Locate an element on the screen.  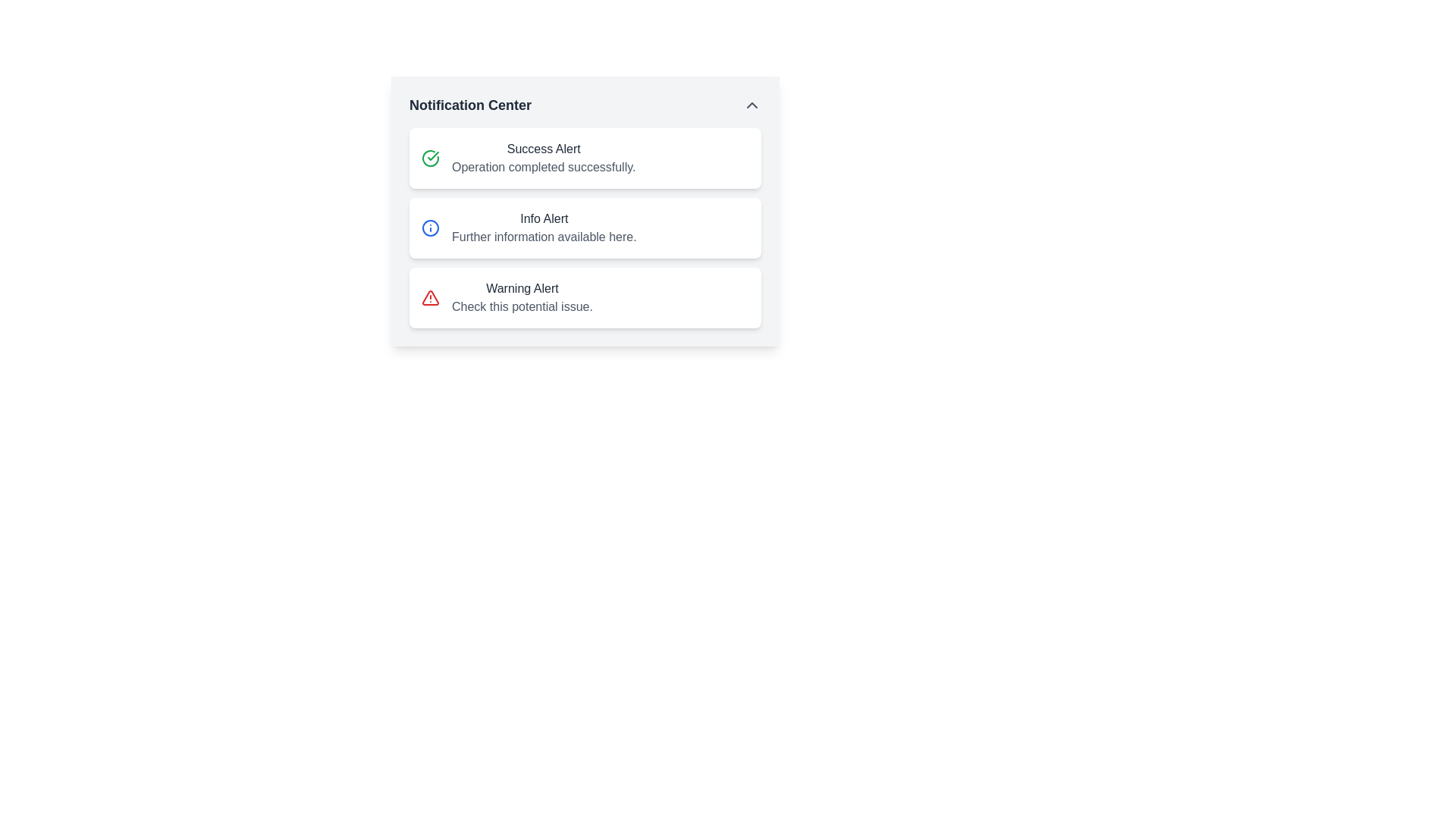
the informational alert in the Notification Center to see more details is located at coordinates (585, 227).